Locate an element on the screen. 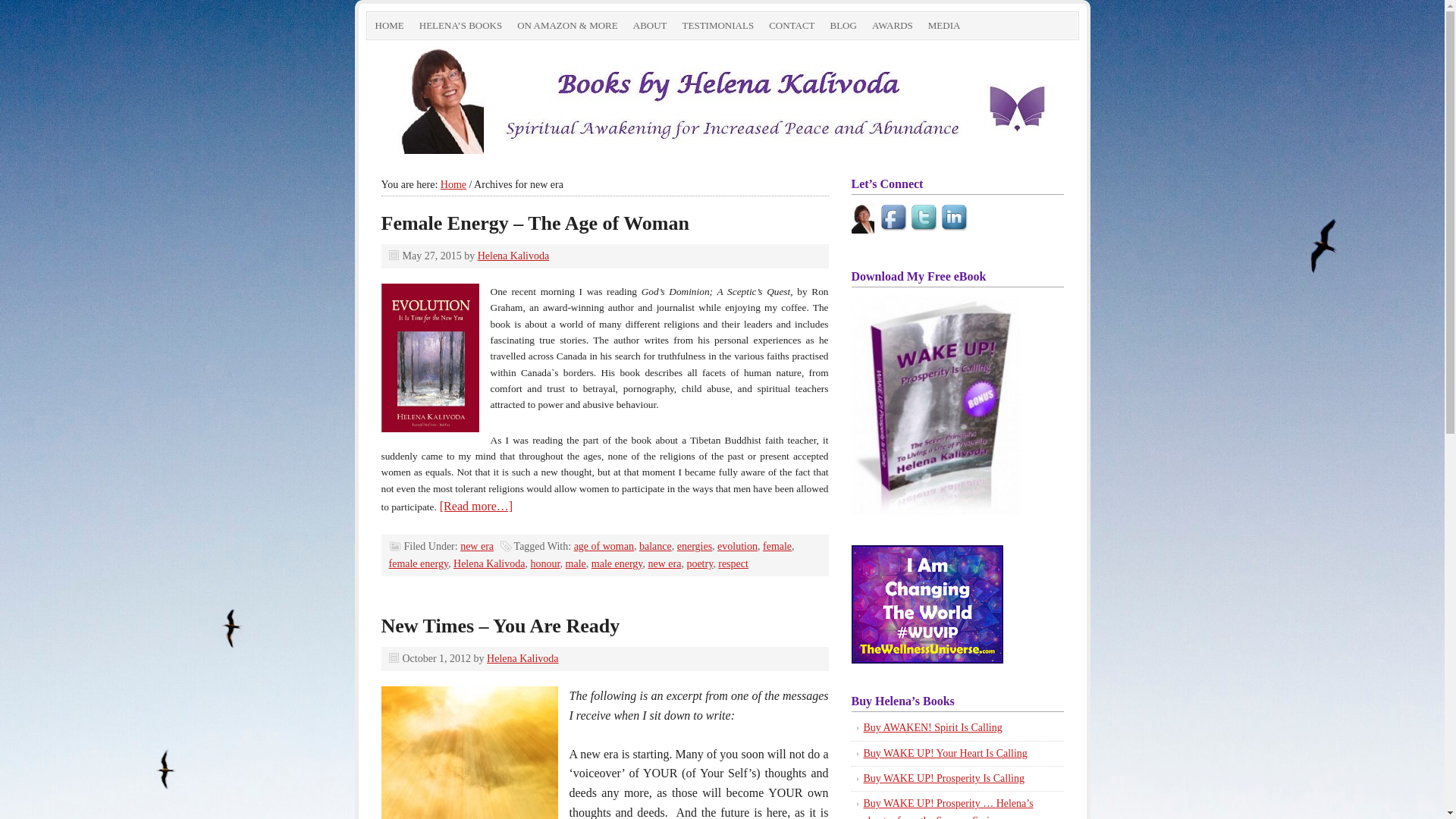 The image size is (1456, 819). 'AWARDS' is located at coordinates (892, 26).